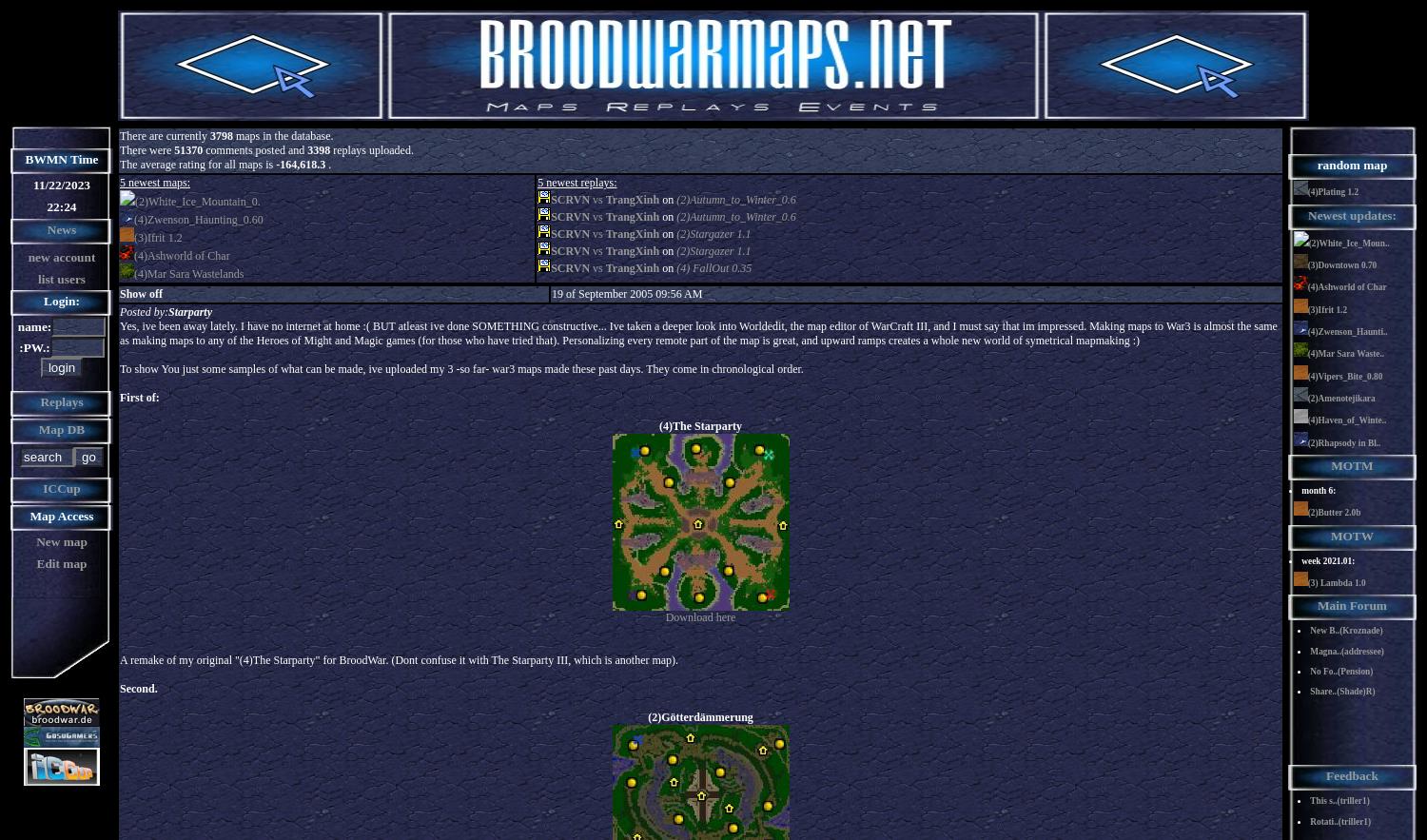  I want to click on 'list users', so click(60, 278).